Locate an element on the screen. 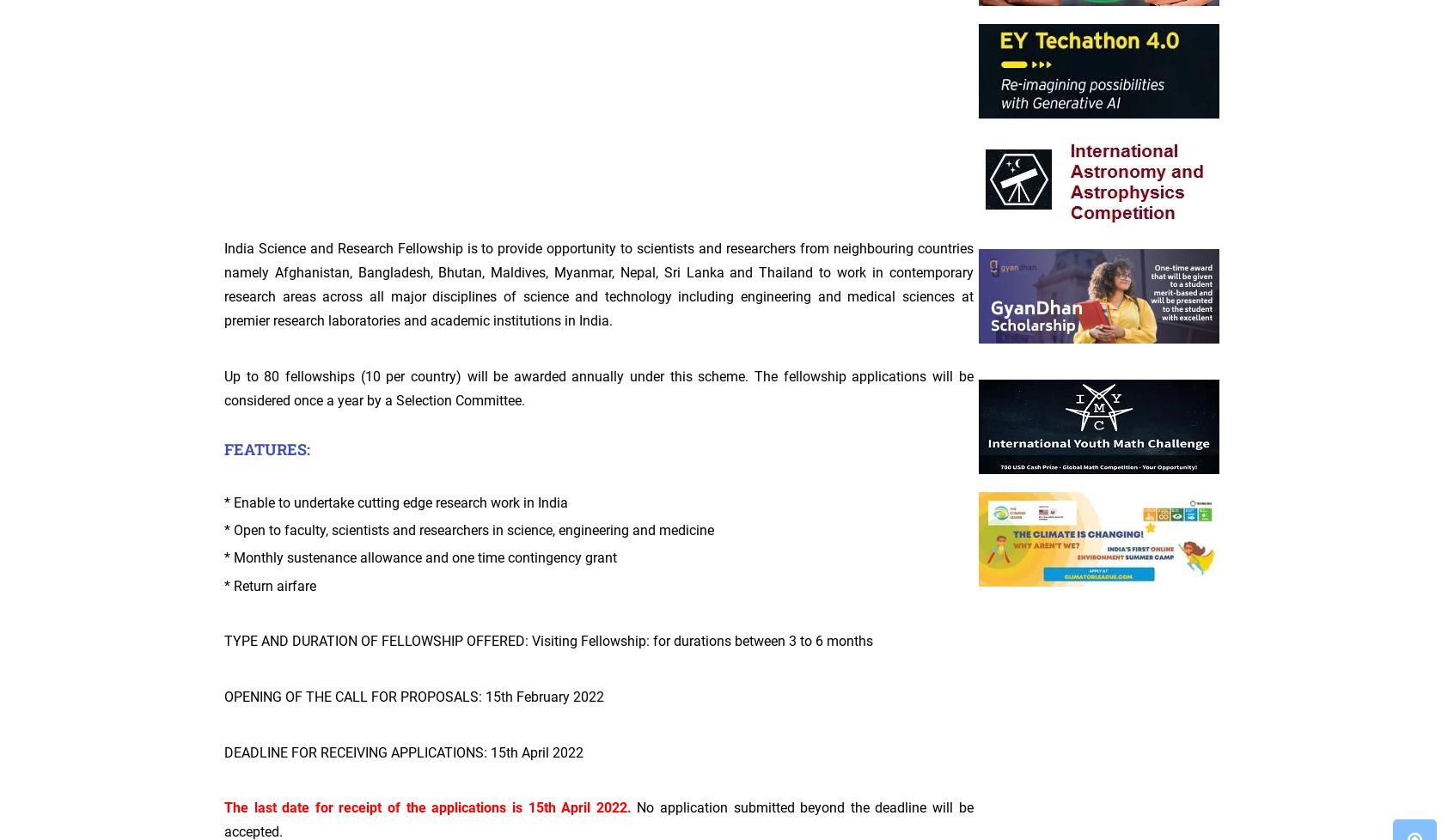 The height and width of the screenshot is (840, 1454). '* Monthly sustenance allowance and one time contingency grant' is located at coordinates (419, 557).